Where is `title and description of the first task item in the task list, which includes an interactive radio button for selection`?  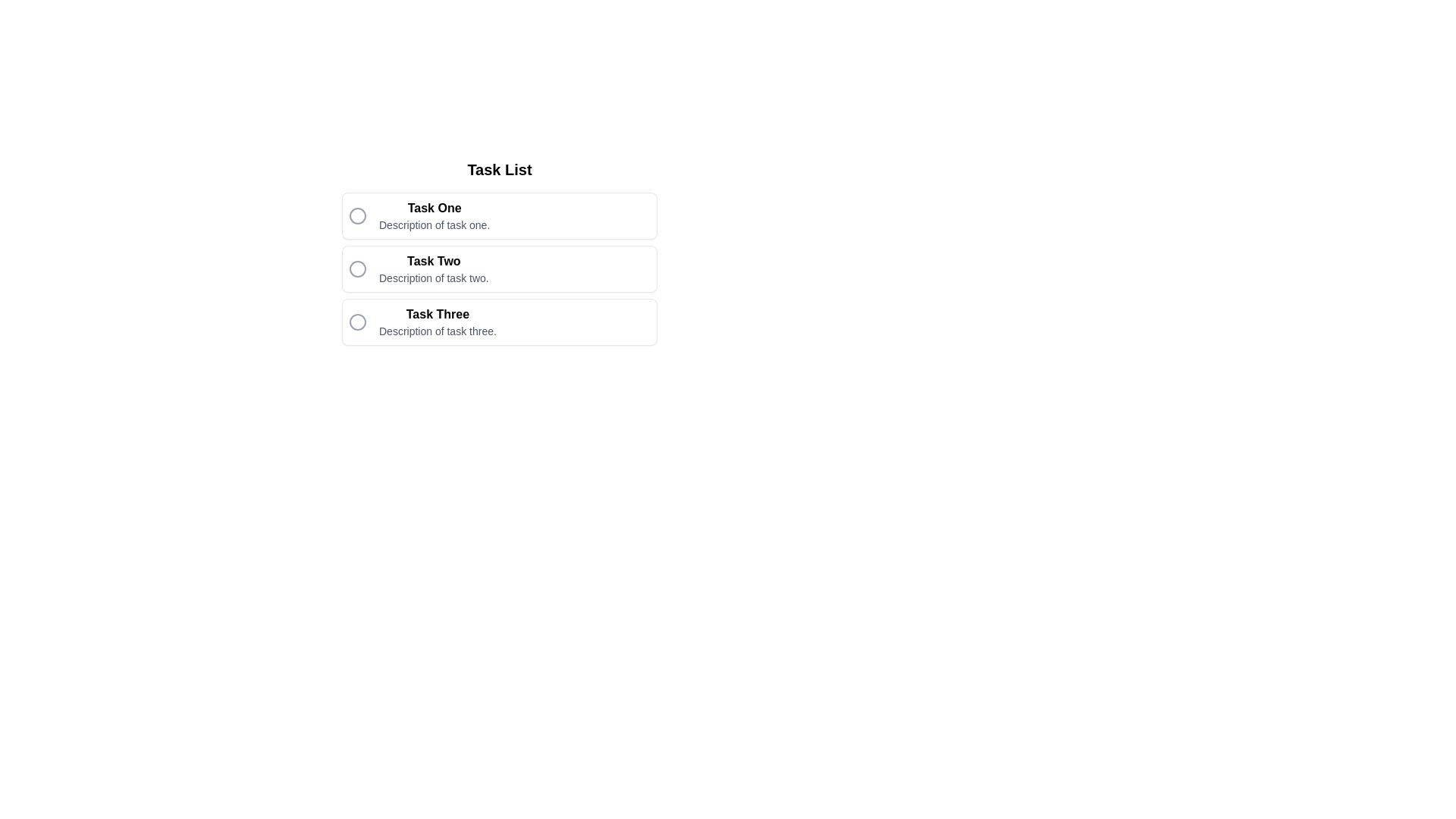
title and description of the first task item in the task list, which includes an interactive radio button for selection is located at coordinates (499, 216).